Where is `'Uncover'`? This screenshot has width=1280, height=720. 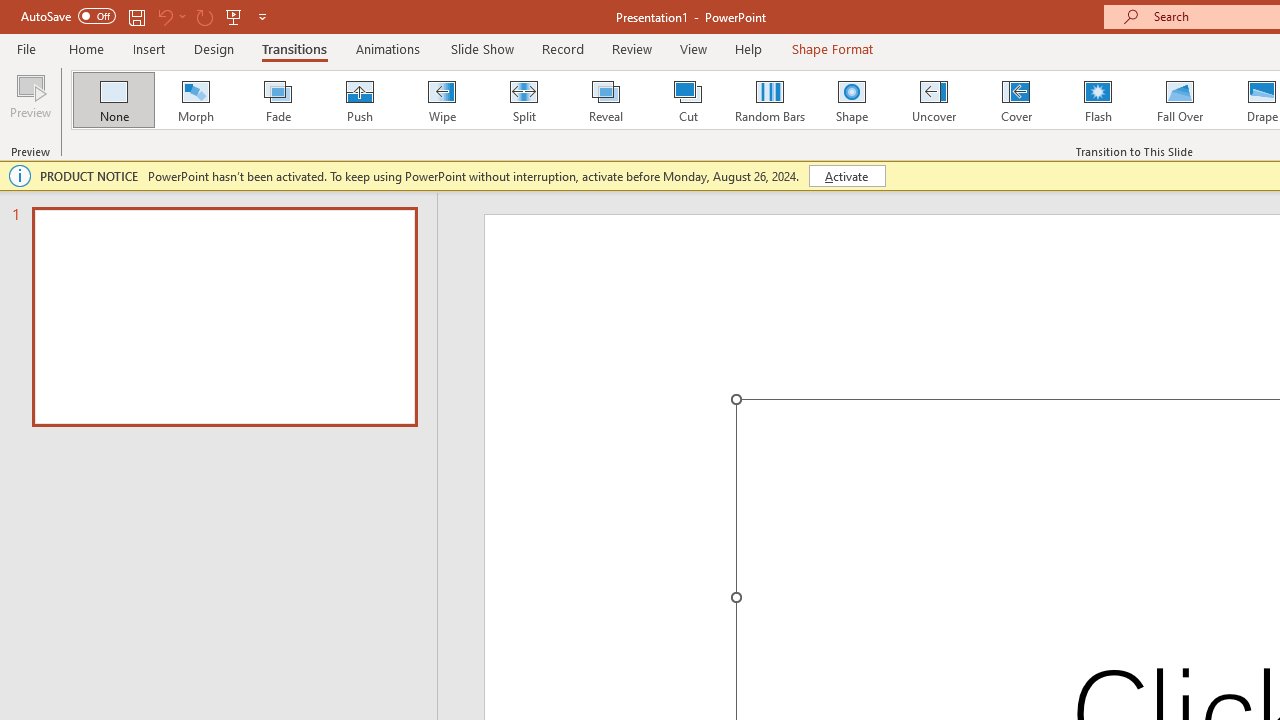
'Uncover' is located at coordinates (933, 100).